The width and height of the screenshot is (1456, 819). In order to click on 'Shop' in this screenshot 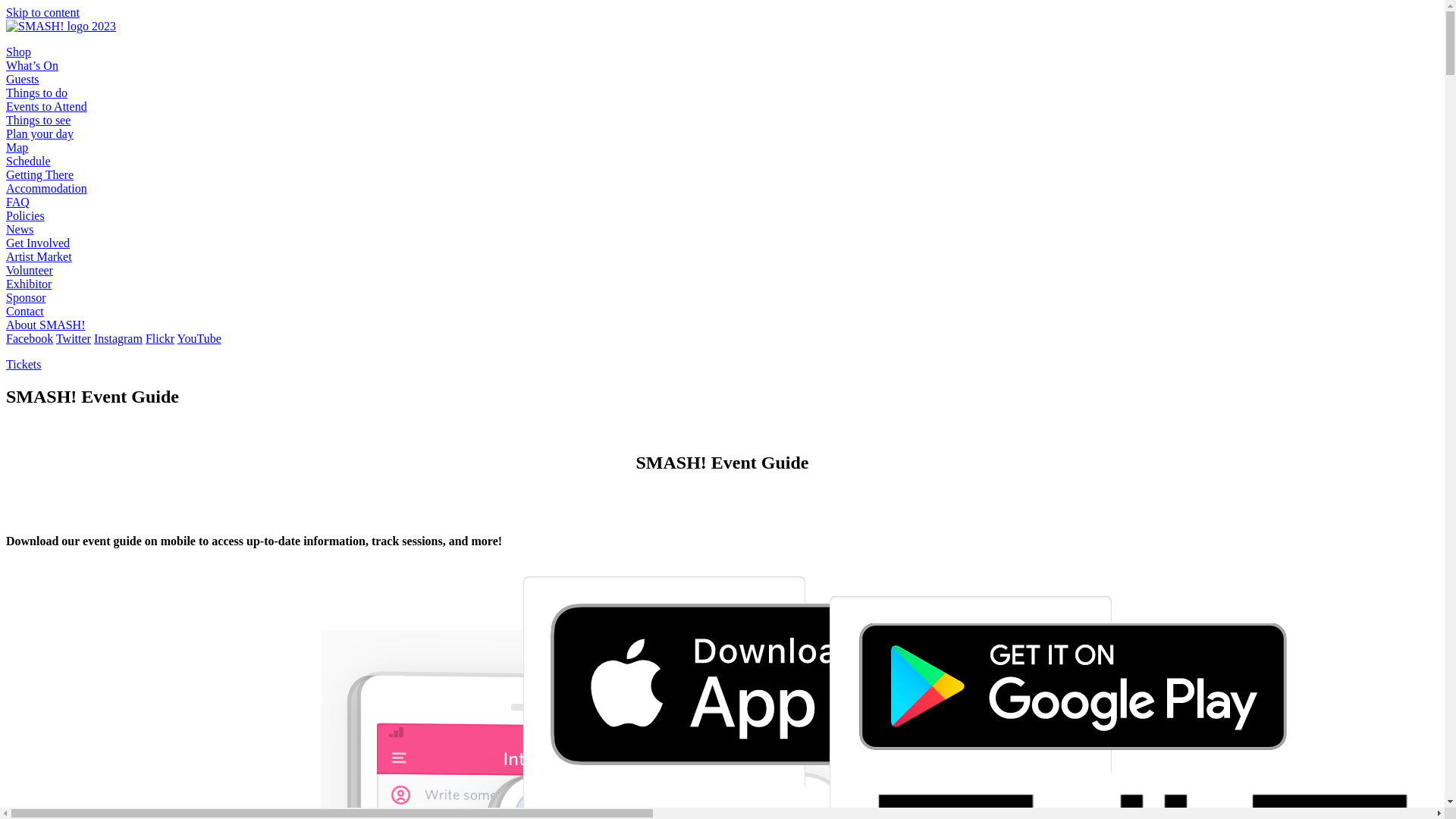, I will do `click(18, 51)`.